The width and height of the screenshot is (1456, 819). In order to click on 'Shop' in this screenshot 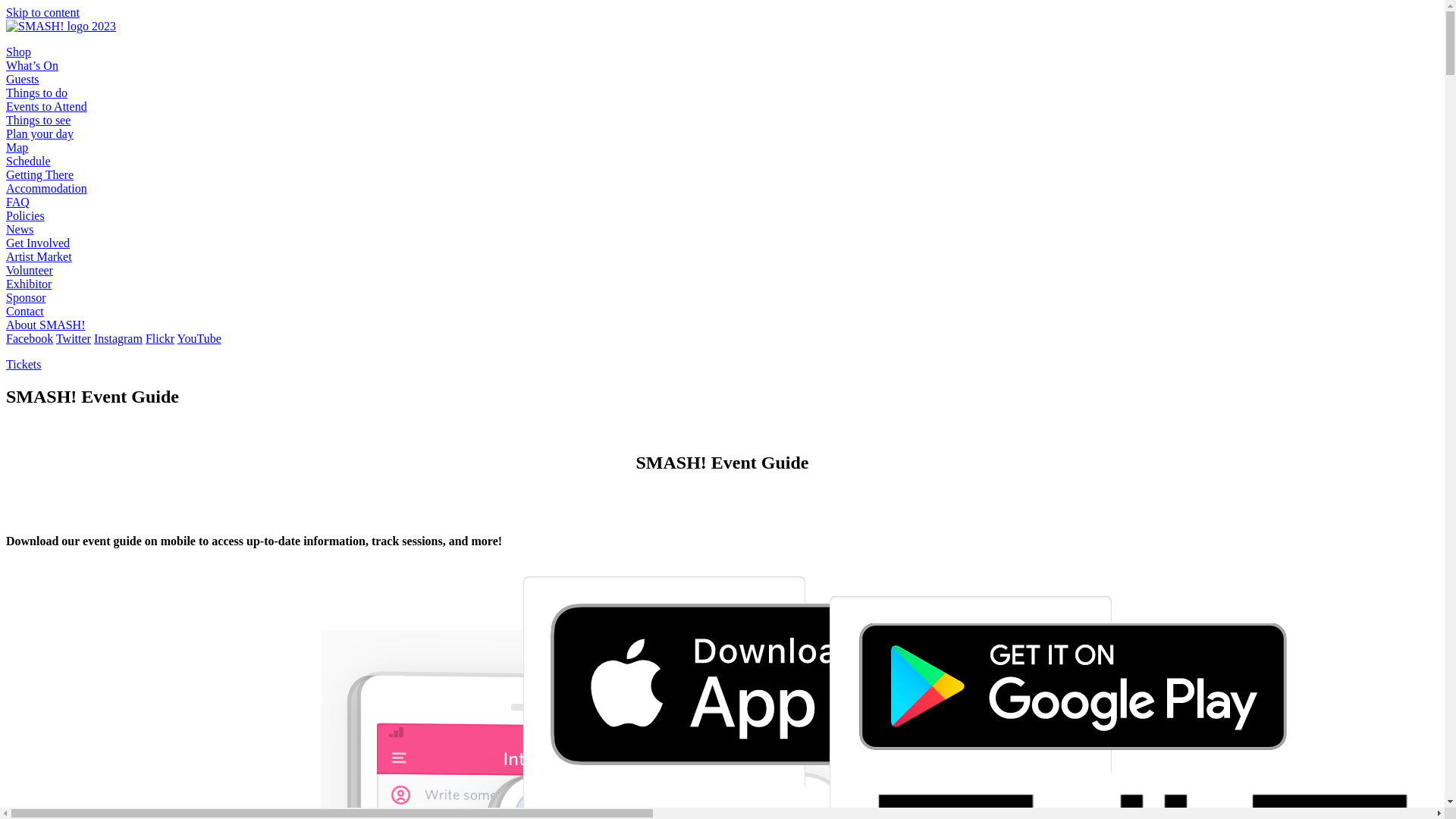, I will do `click(18, 51)`.